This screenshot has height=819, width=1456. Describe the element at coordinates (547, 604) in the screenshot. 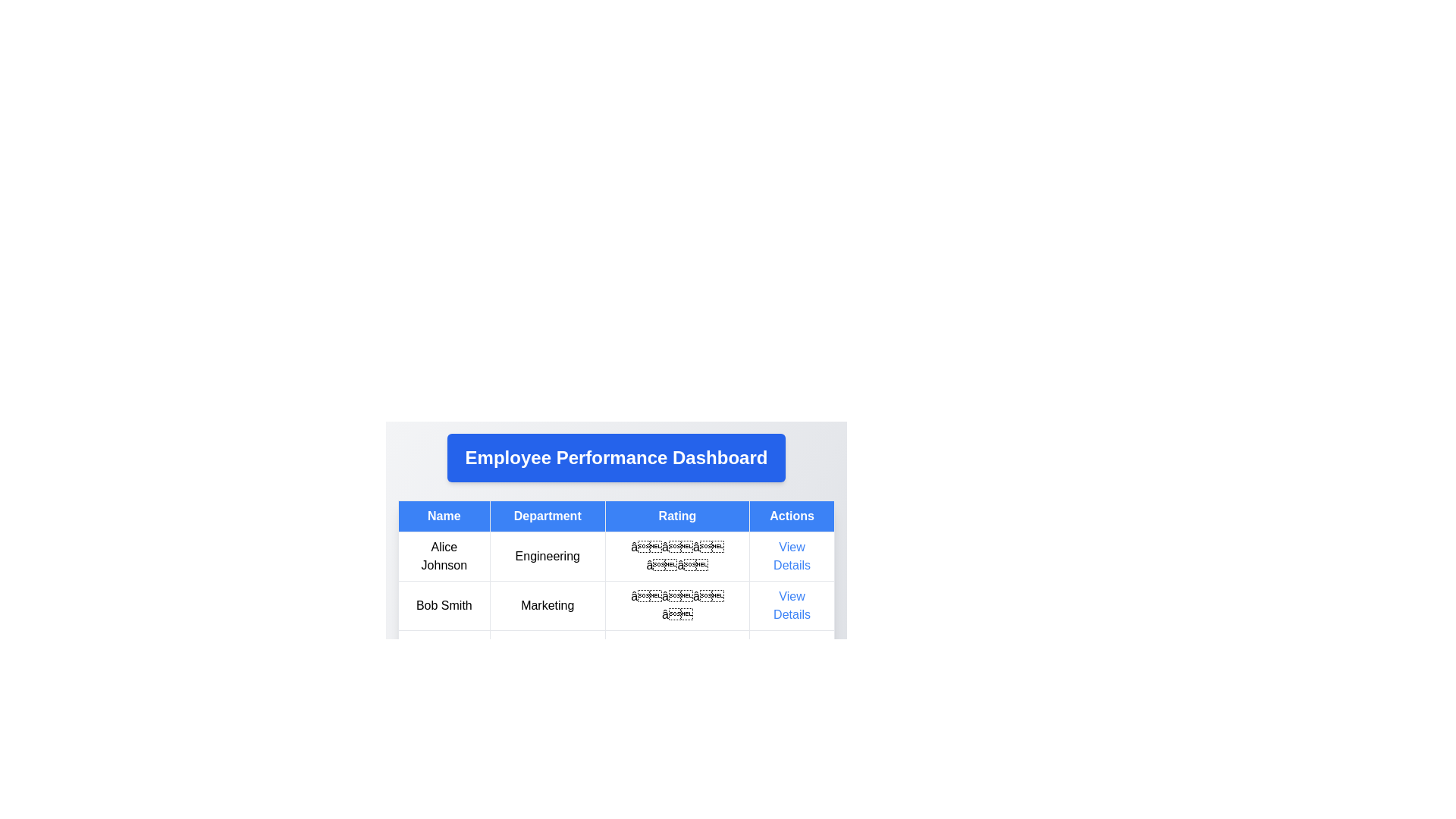

I see `the 'Marketing' text label which is styled with a border and padding, located under the 'Department' column header in the table layout` at that location.